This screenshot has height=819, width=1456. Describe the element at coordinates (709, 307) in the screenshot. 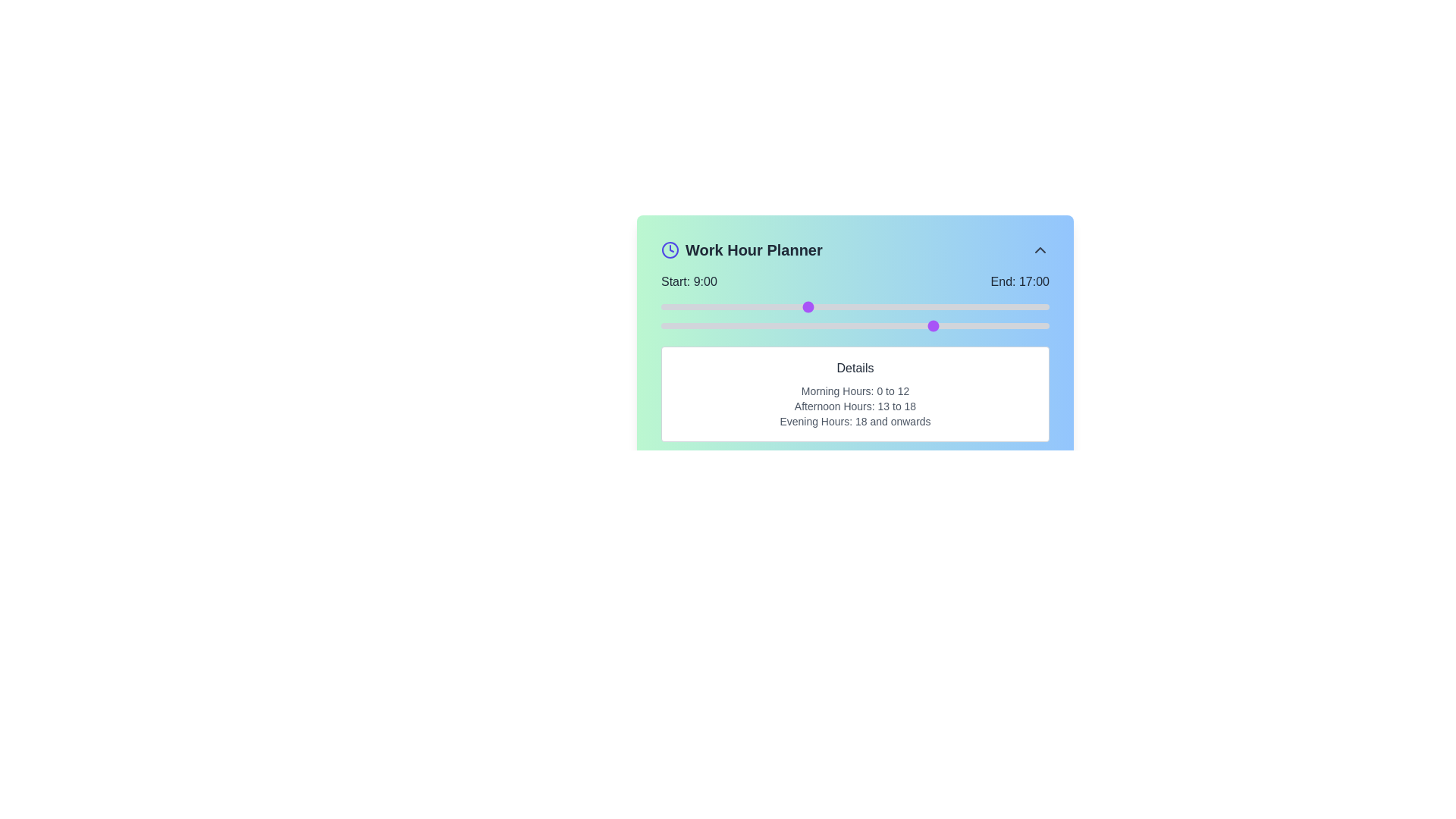

I see `the start time to 3 hours using the left slider` at that location.